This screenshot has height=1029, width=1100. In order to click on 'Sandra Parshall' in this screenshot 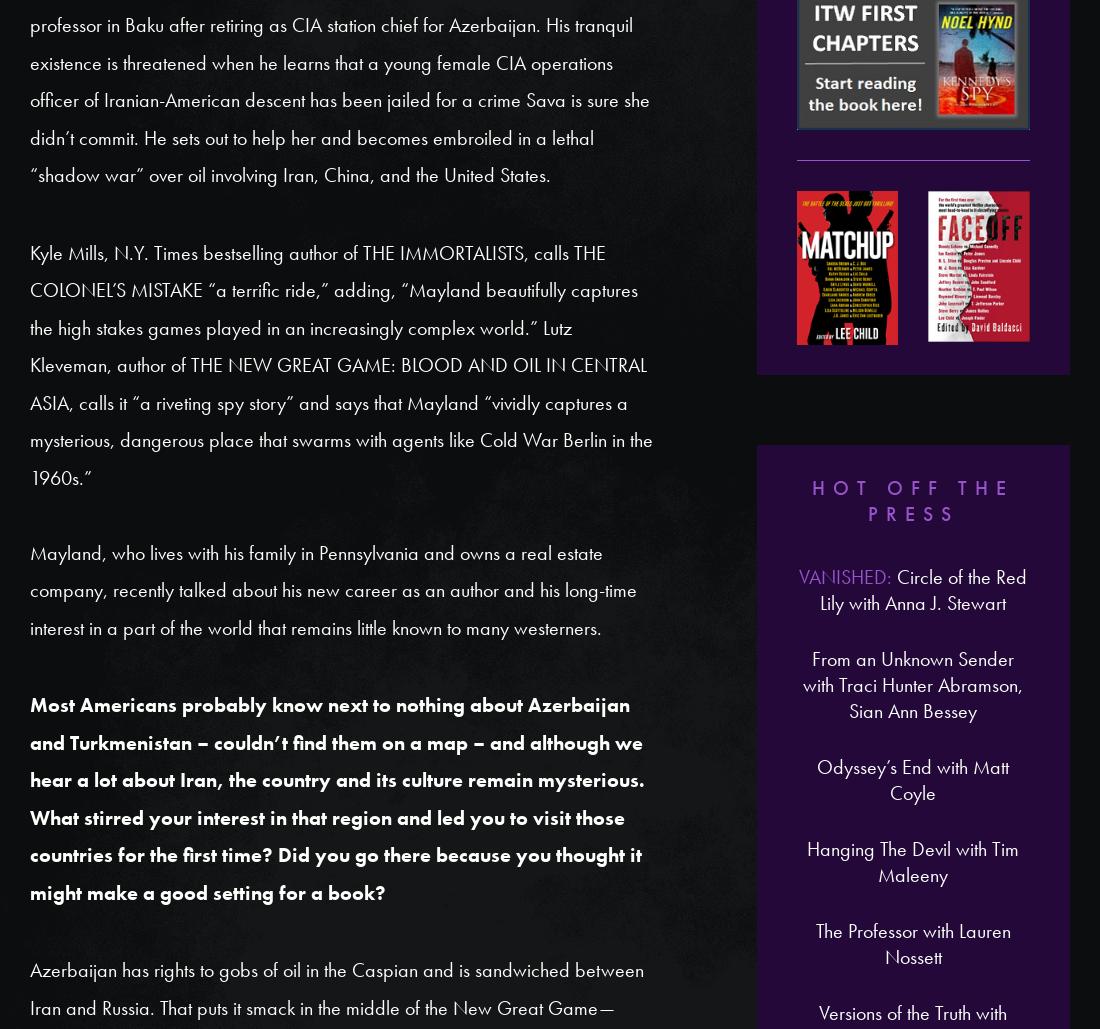, I will do `click(198, 740)`.